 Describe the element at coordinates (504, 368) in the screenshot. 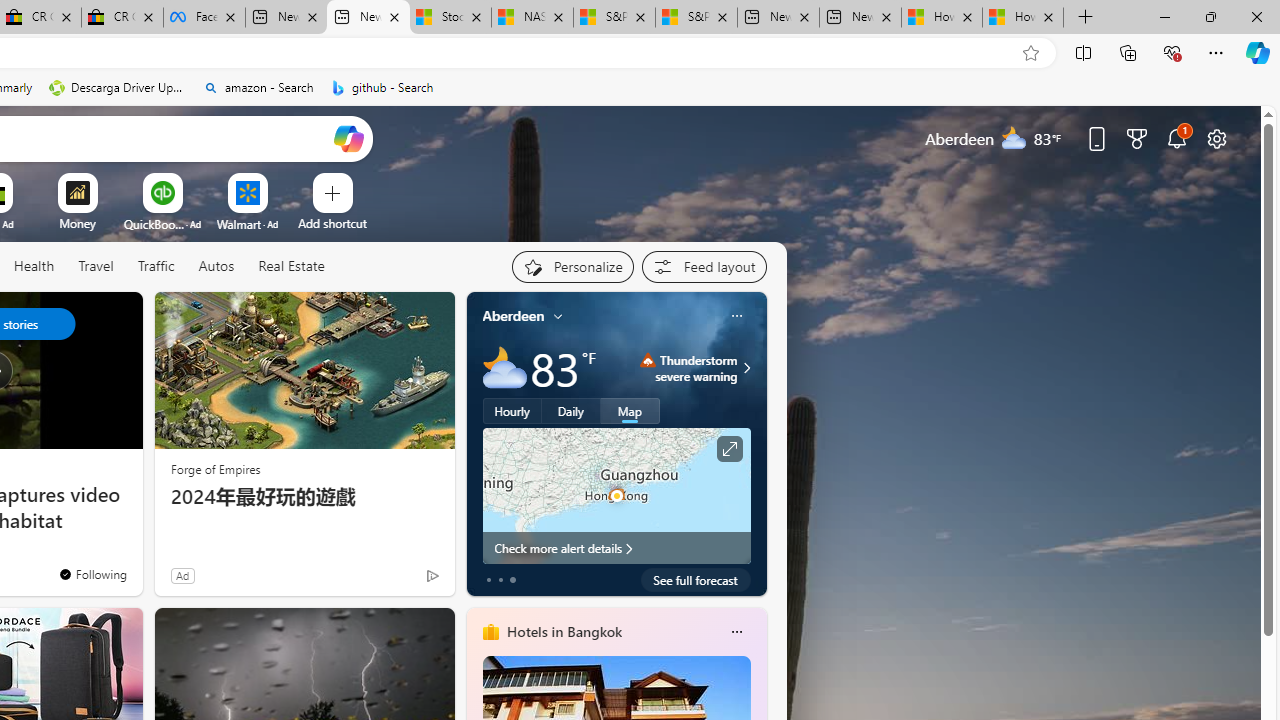

I see `'Mostly cloudy'` at that location.